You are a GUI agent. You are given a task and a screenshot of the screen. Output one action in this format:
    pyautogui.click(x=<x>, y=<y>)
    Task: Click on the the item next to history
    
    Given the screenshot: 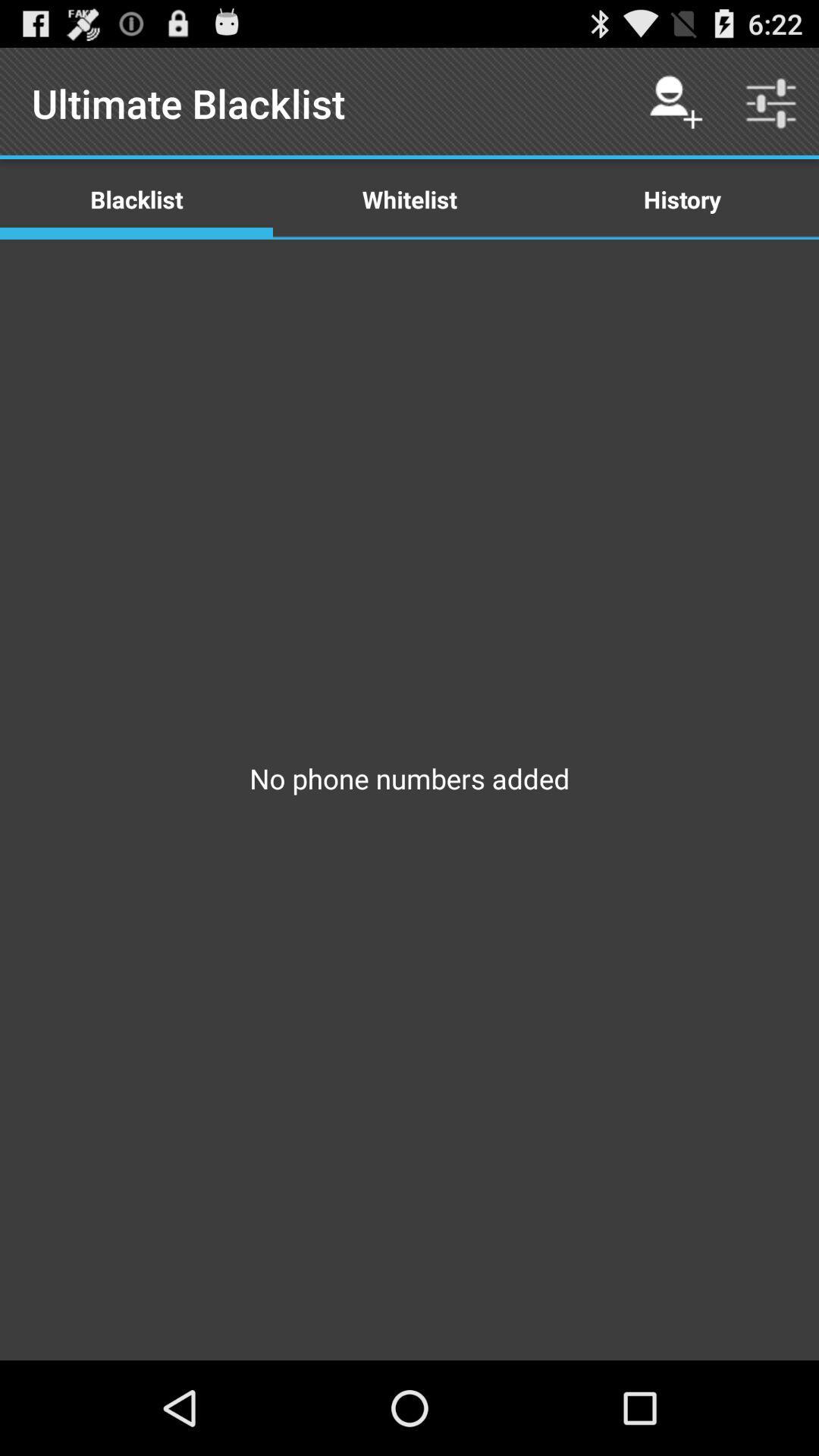 What is the action you would take?
    pyautogui.click(x=409, y=198)
    